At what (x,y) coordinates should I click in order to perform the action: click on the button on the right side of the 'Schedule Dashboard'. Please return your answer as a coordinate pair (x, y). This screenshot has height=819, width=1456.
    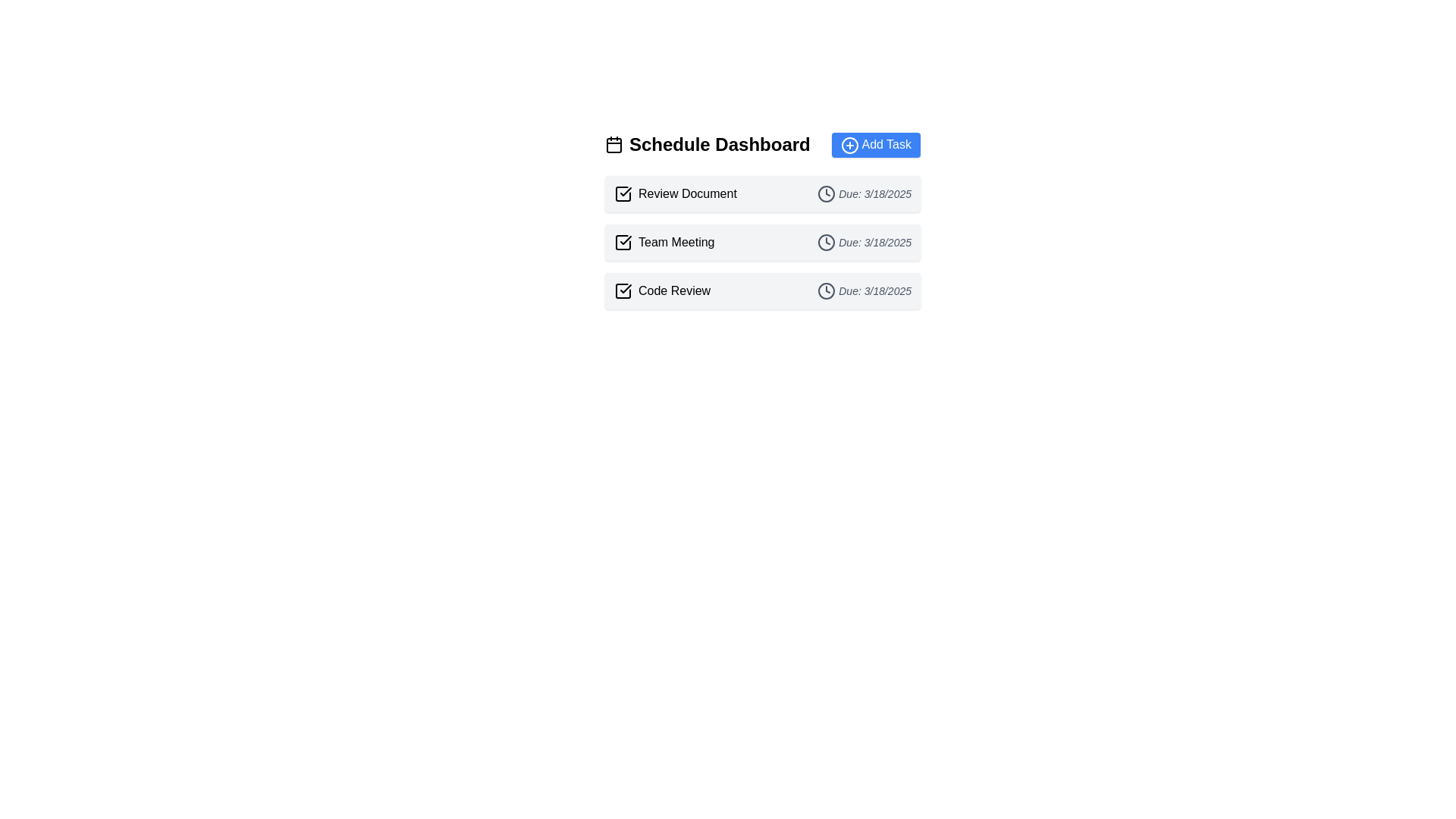
    Looking at the image, I should click on (876, 145).